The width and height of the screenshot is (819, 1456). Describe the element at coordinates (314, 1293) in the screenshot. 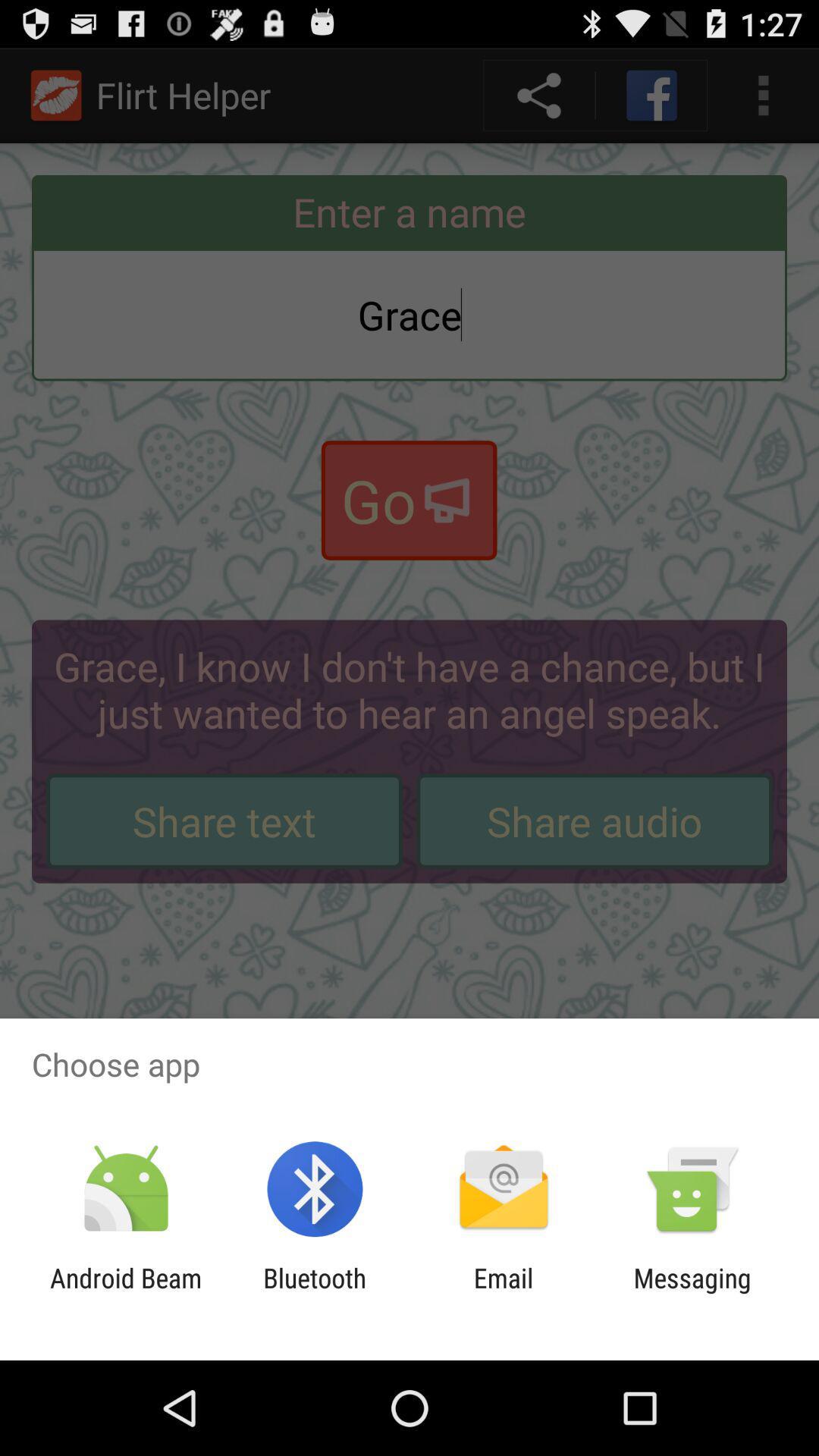

I see `the bluetooth item` at that location.